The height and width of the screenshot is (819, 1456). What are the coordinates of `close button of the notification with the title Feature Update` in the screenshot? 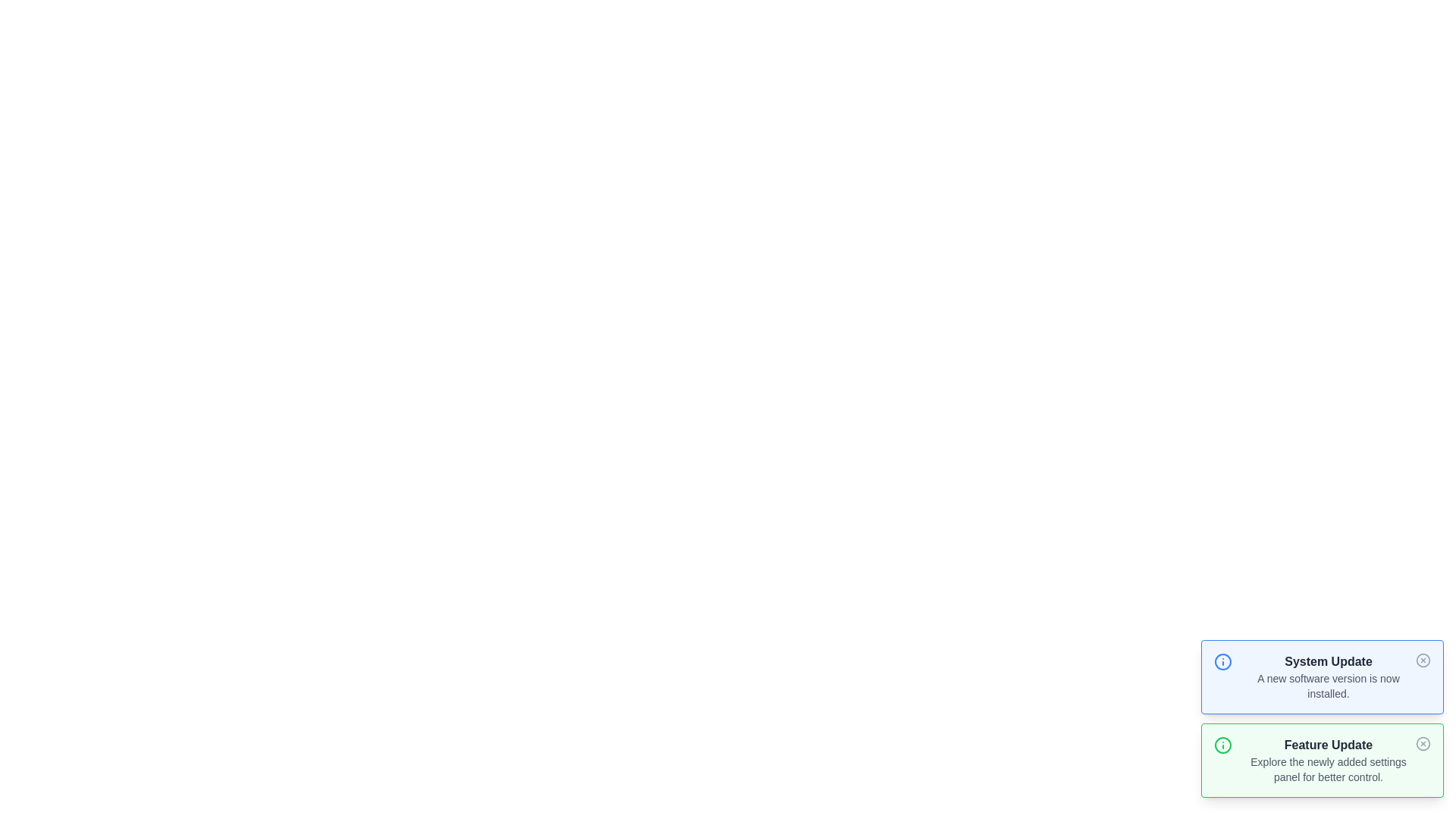 It's located at (1422, 742).